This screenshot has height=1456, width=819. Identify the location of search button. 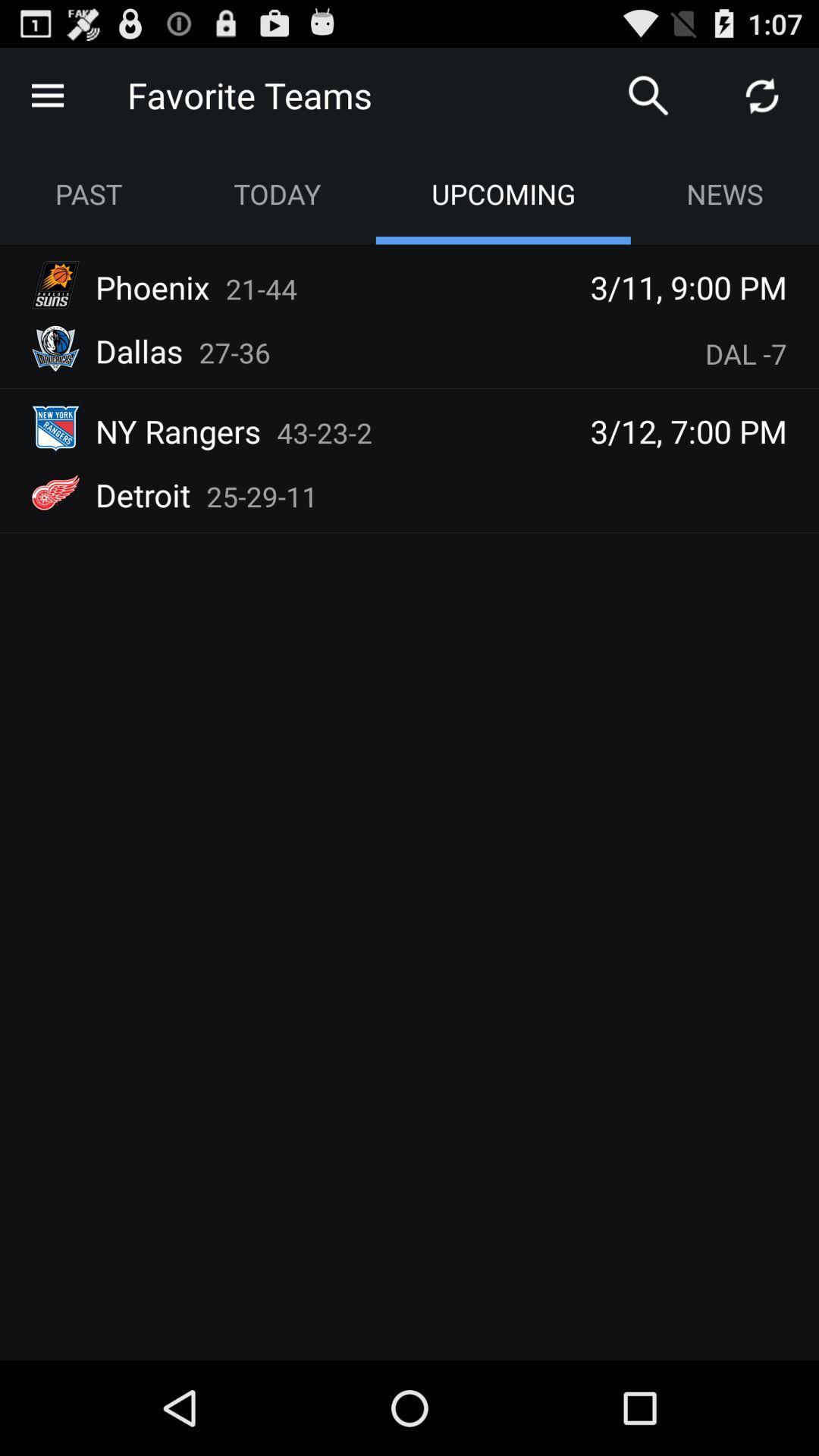
(648, 94).